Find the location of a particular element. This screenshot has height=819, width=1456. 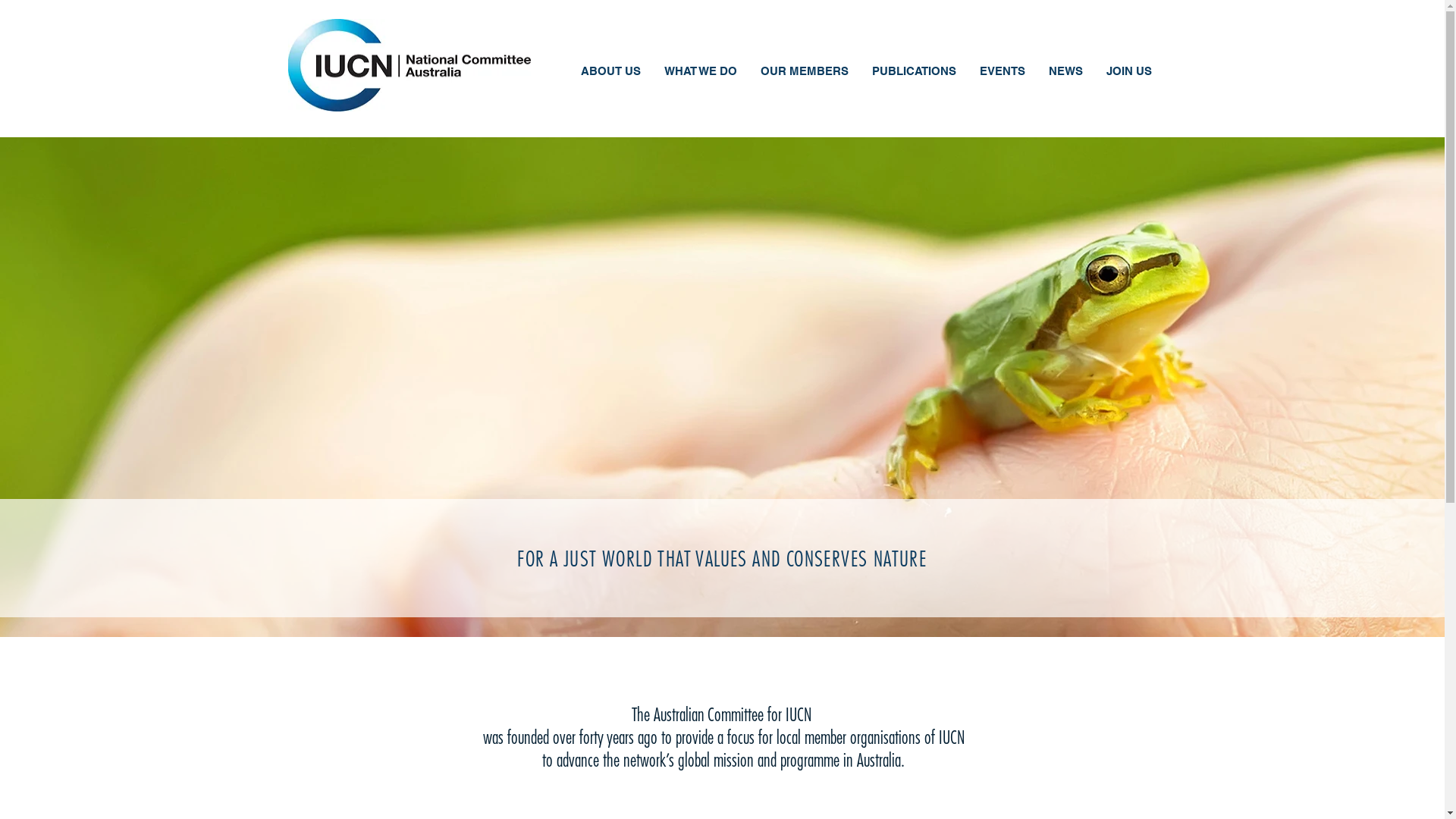

'JOIN US' is located at coordinates (1128, 72).